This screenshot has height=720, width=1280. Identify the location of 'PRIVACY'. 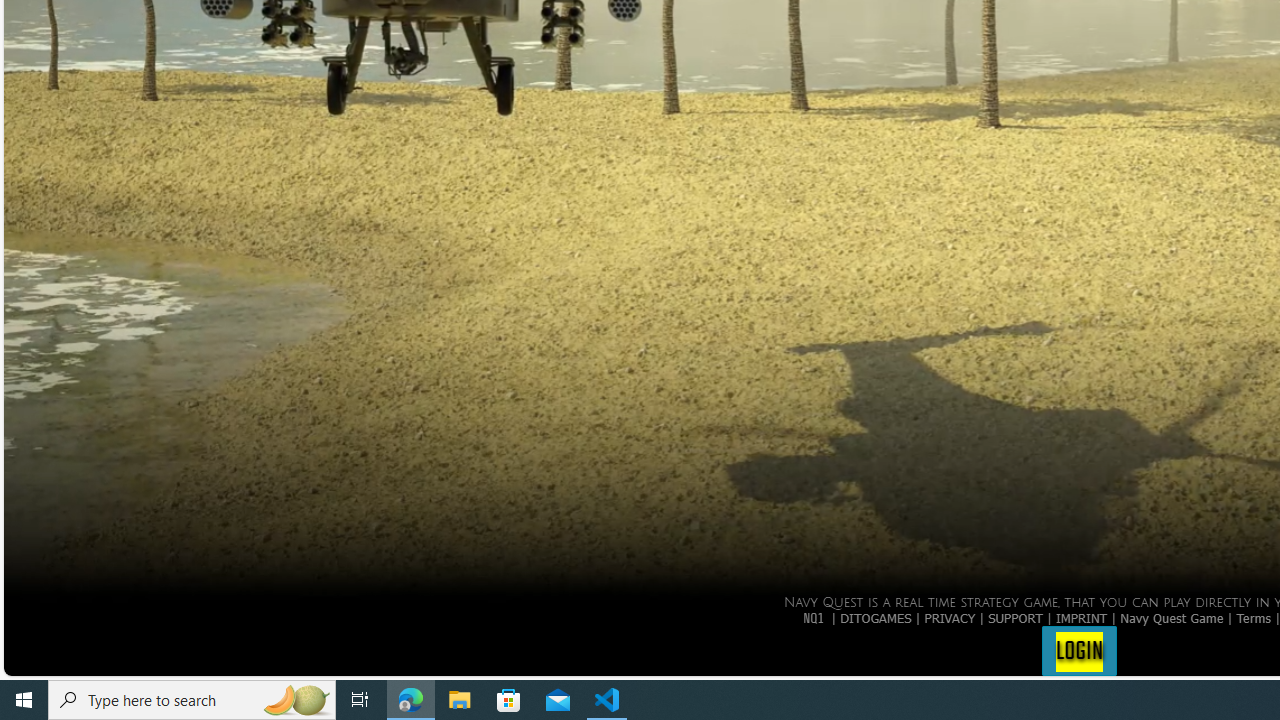
(948, 616).